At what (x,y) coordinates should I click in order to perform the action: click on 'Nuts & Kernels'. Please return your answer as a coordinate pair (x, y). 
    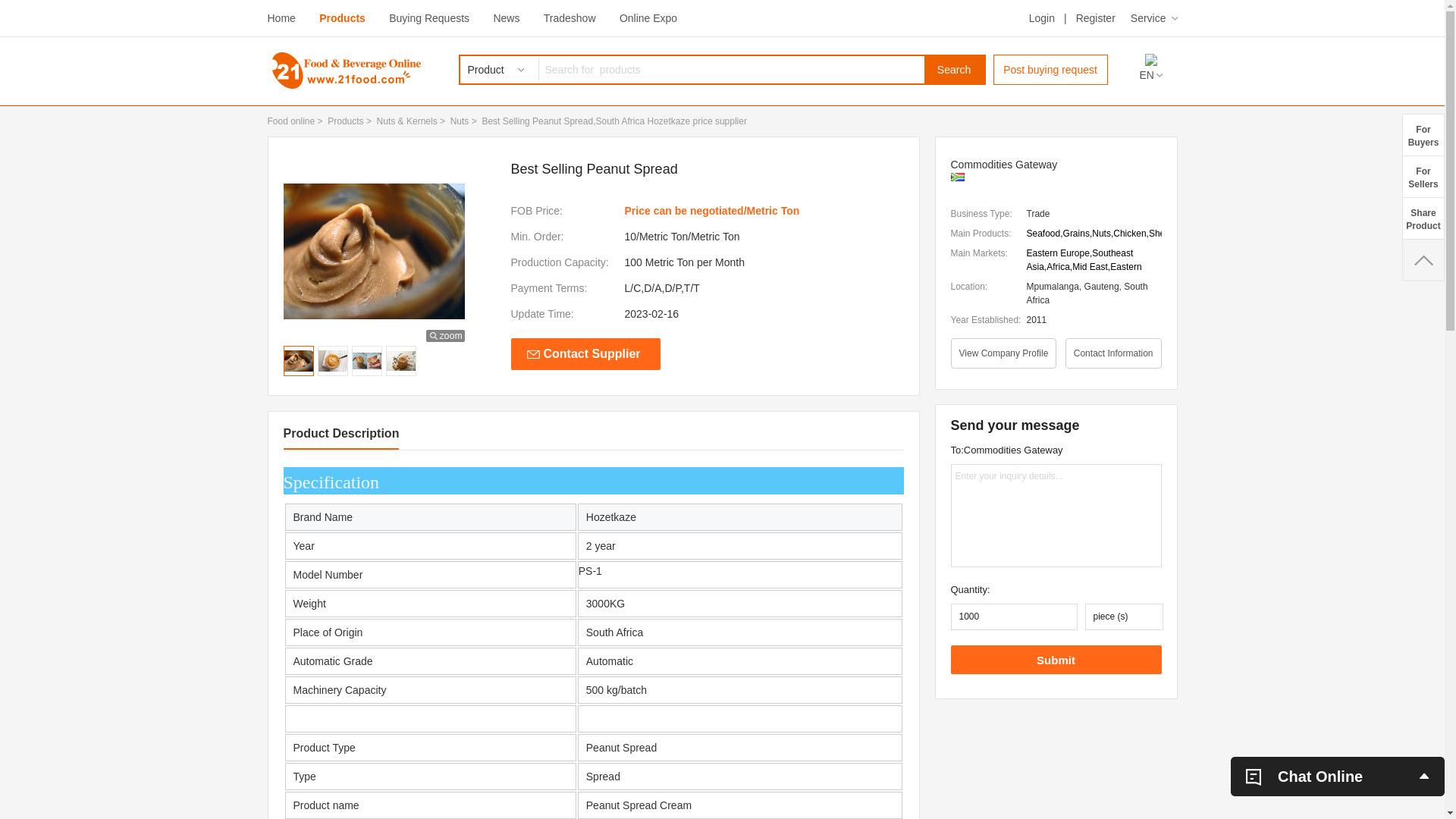
    Looking at the image, I should click on (377, 120).